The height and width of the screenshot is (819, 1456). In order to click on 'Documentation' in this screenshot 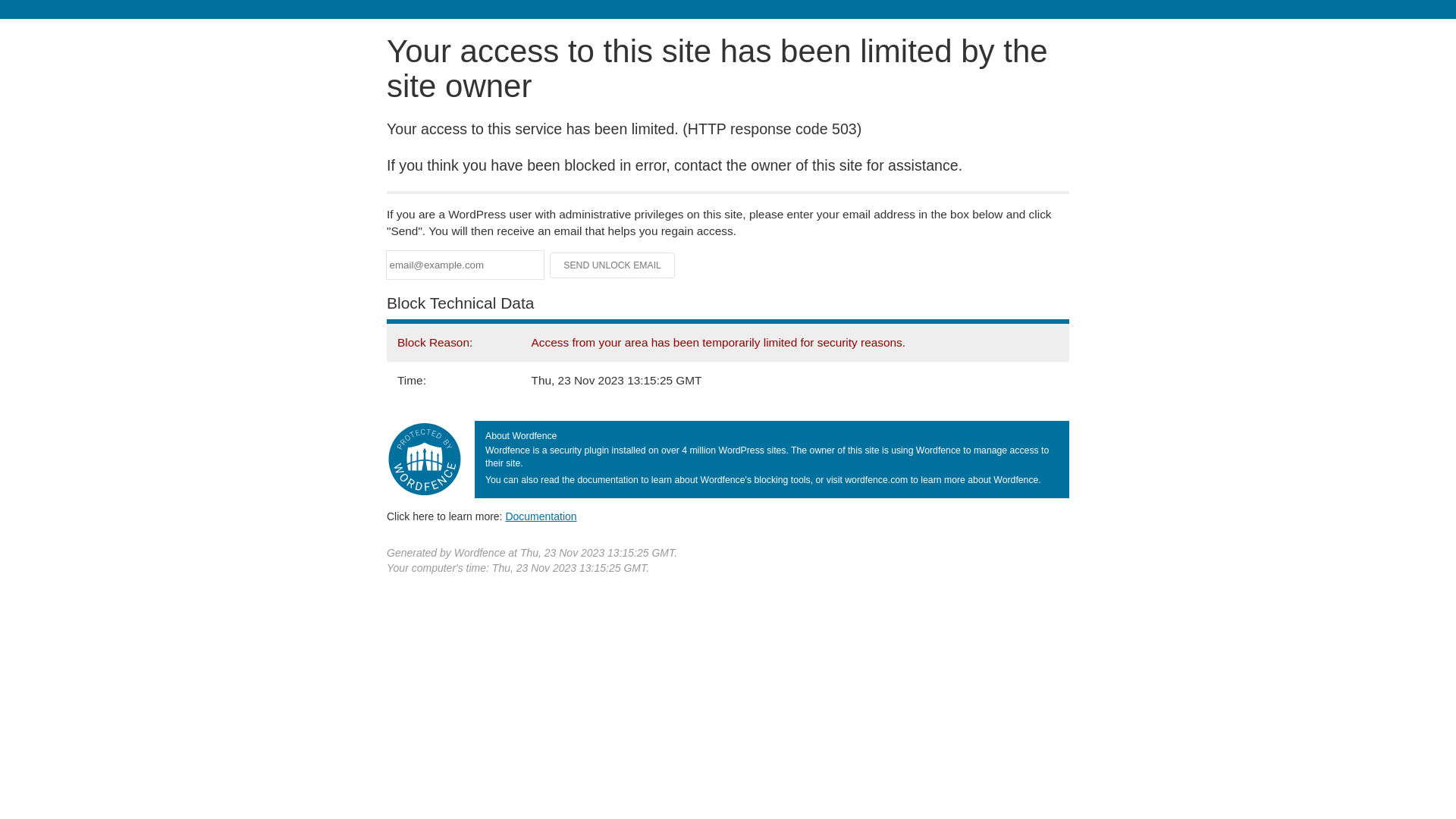, I will do `click(541, 516)`.